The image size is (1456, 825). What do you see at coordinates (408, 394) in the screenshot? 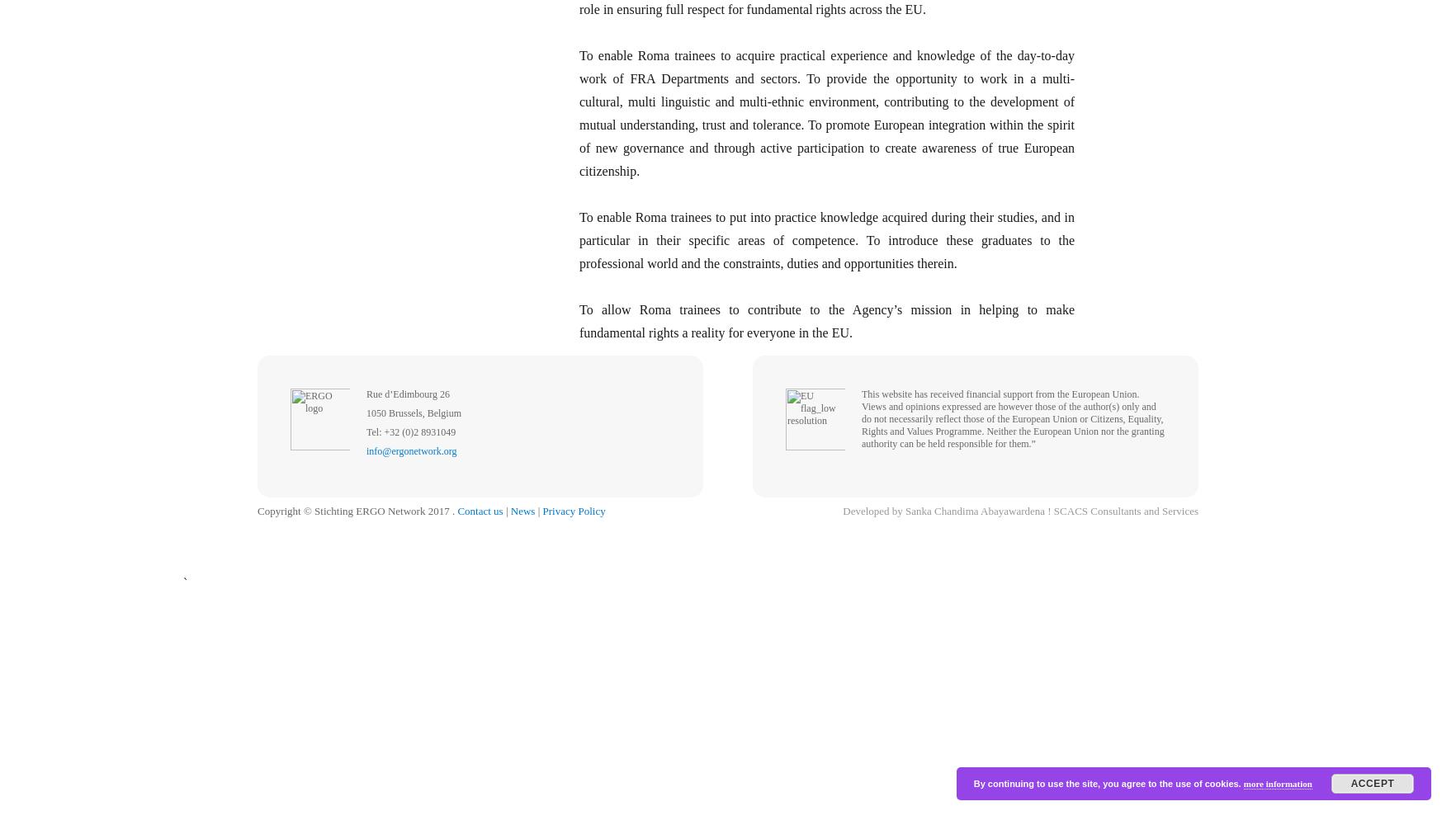
I see `'Rue d’Edimbourg 26'` at bounding box center [408, 394].